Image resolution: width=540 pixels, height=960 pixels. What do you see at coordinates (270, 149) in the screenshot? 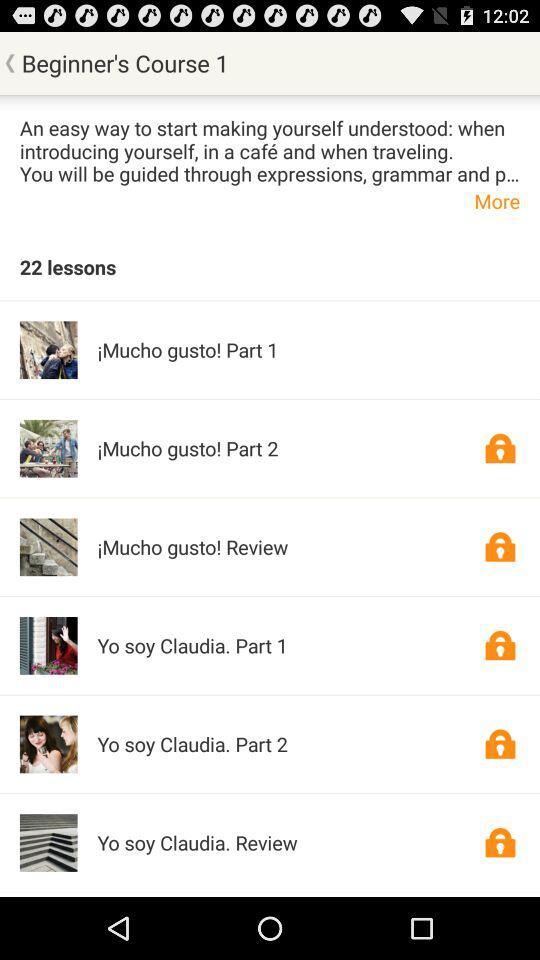
I see `icon below the beginner s course app` at bounding box center [270, 149].